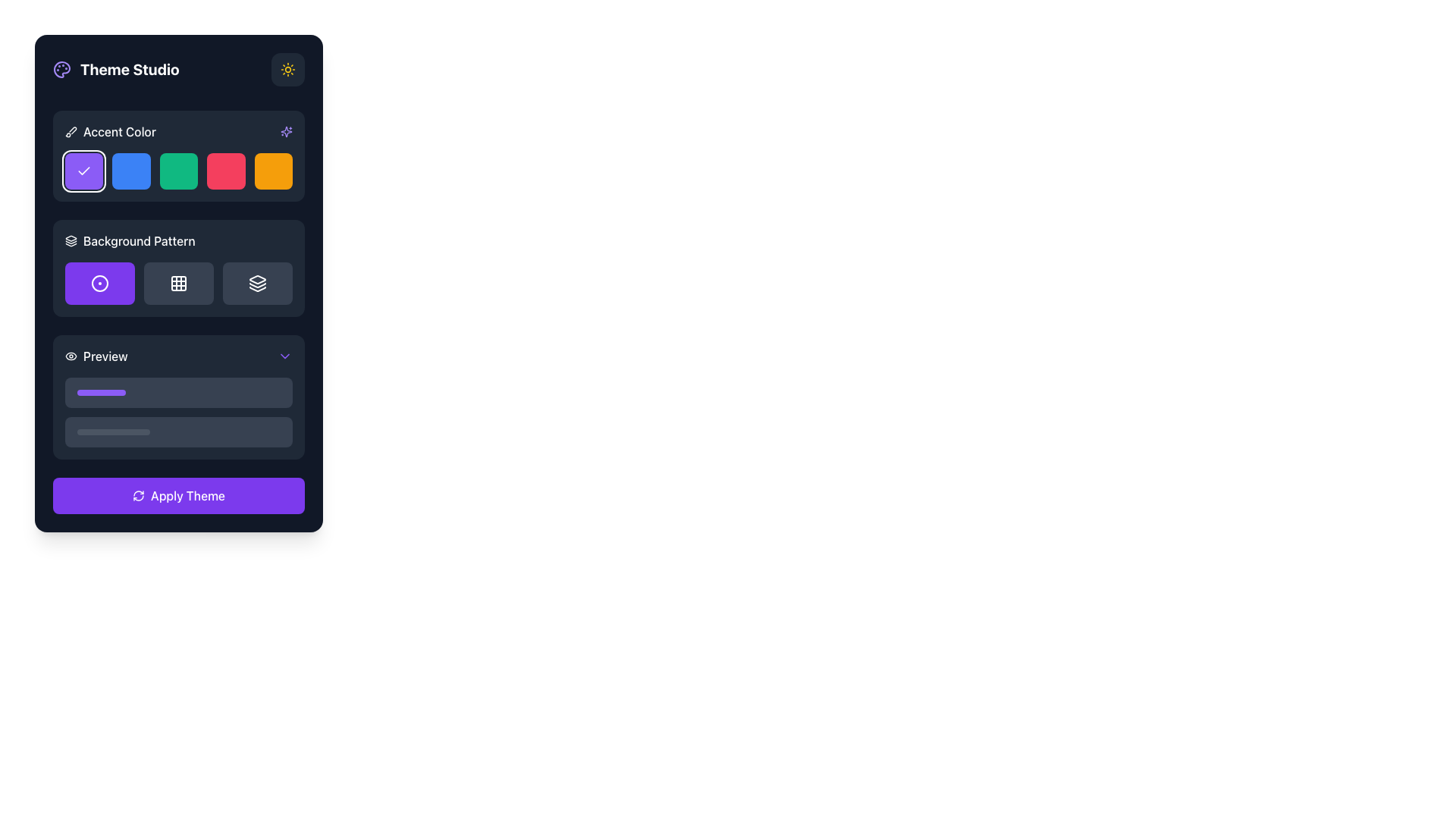 Image resolution: width=1456 pixels, height=819 pixels. I want to click on the violet sparkling effect icon located to the right of the 'Theme Studio' title in the sidebar interface, so click(287, 130).